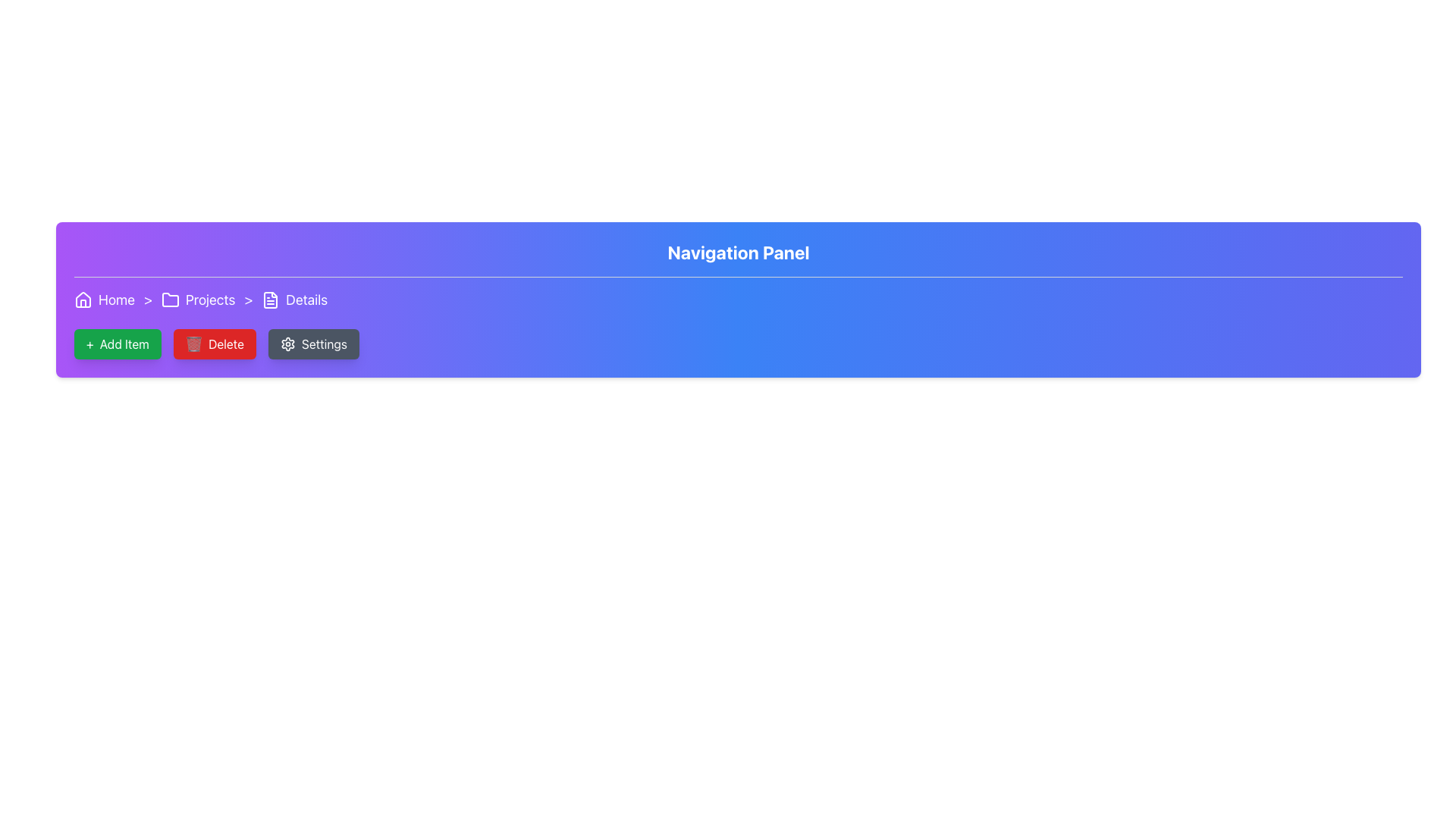 The image size is (1456, 819). What do you see at coordinates (312, 344) in the screenshot?
I see `the 'Settings' button` at bounding box center [312, 344].